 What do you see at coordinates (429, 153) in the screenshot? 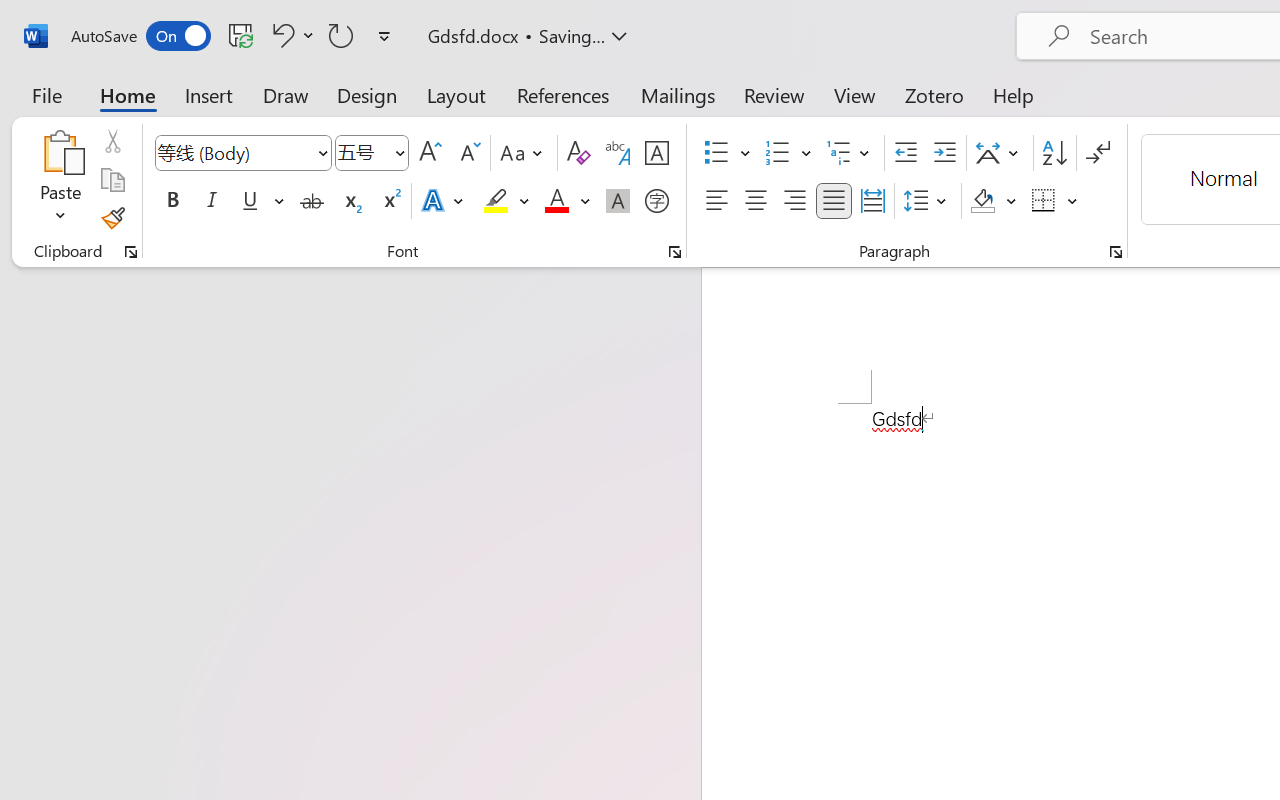
I see `'Grow Font'` at bounding box center [429, 153].